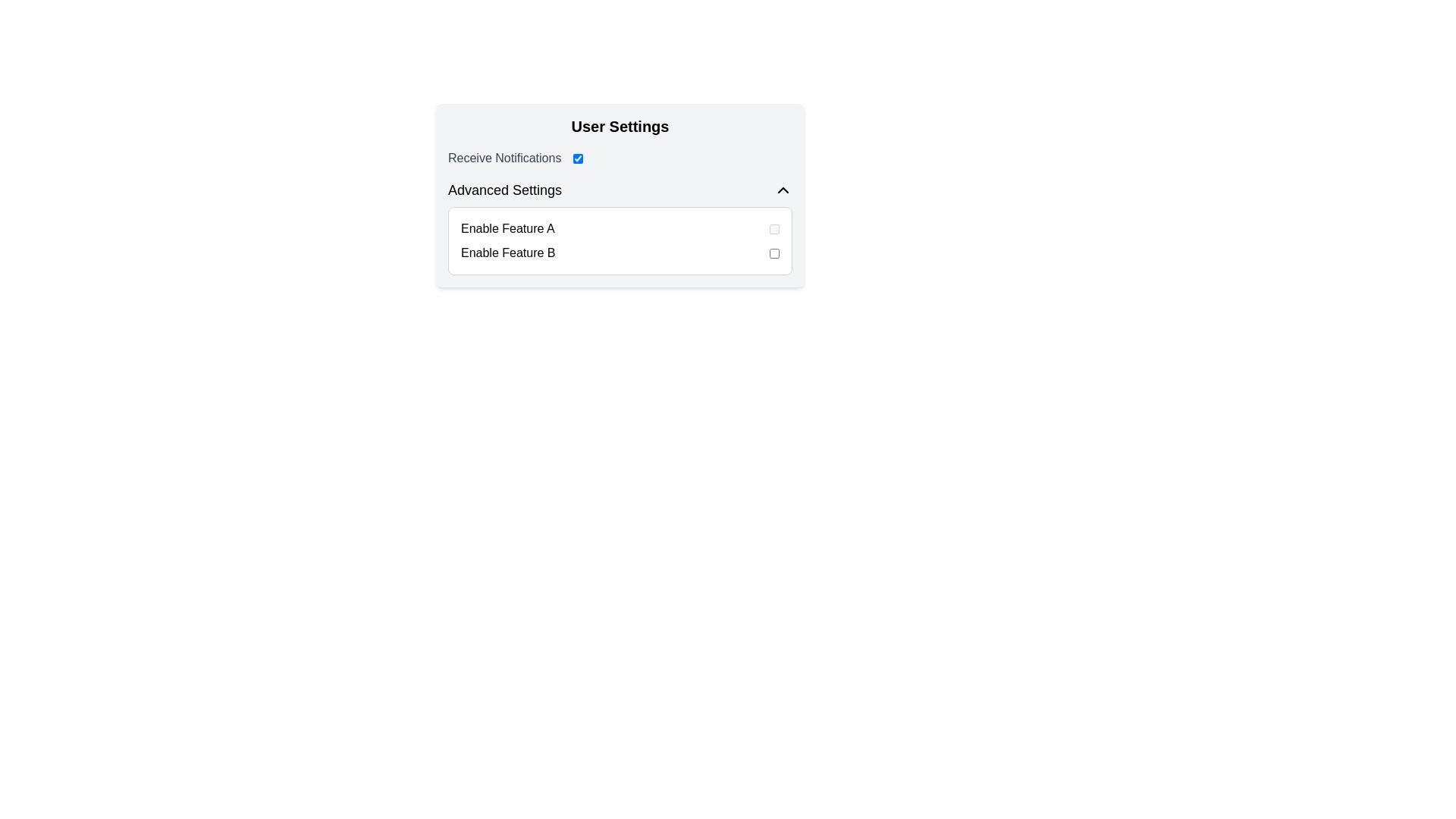 This screenshot has height=819, width=1456. What do you see at coordinates (620, 228) in the screenshot?
I see `the toggle switch` at bounding box center [620, 228].